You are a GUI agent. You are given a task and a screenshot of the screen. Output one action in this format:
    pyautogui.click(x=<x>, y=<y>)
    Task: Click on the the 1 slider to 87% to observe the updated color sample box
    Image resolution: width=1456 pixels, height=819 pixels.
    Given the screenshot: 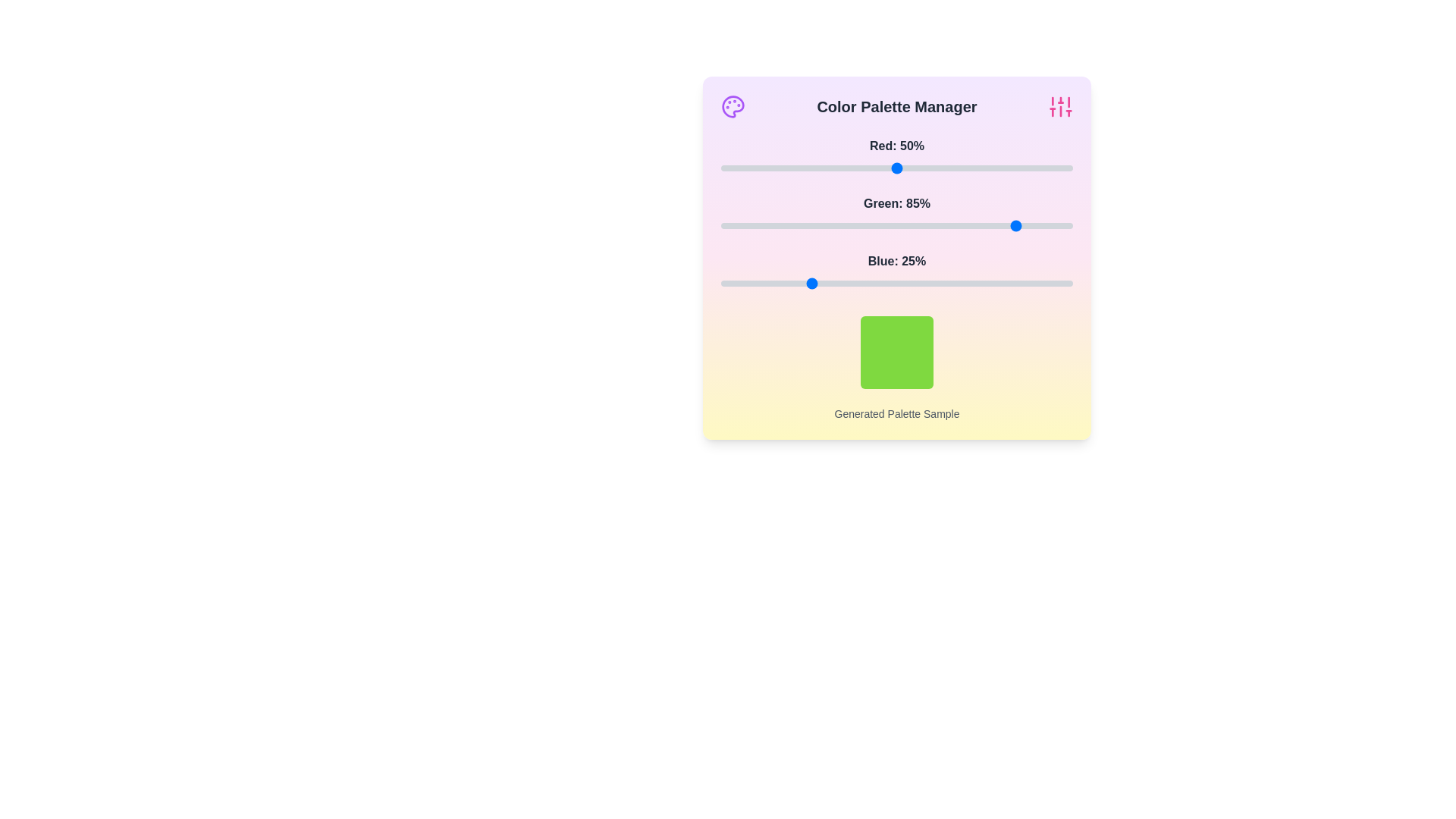 What is the action you would take?
    pyautogui.click(x=1027, y=225)
    